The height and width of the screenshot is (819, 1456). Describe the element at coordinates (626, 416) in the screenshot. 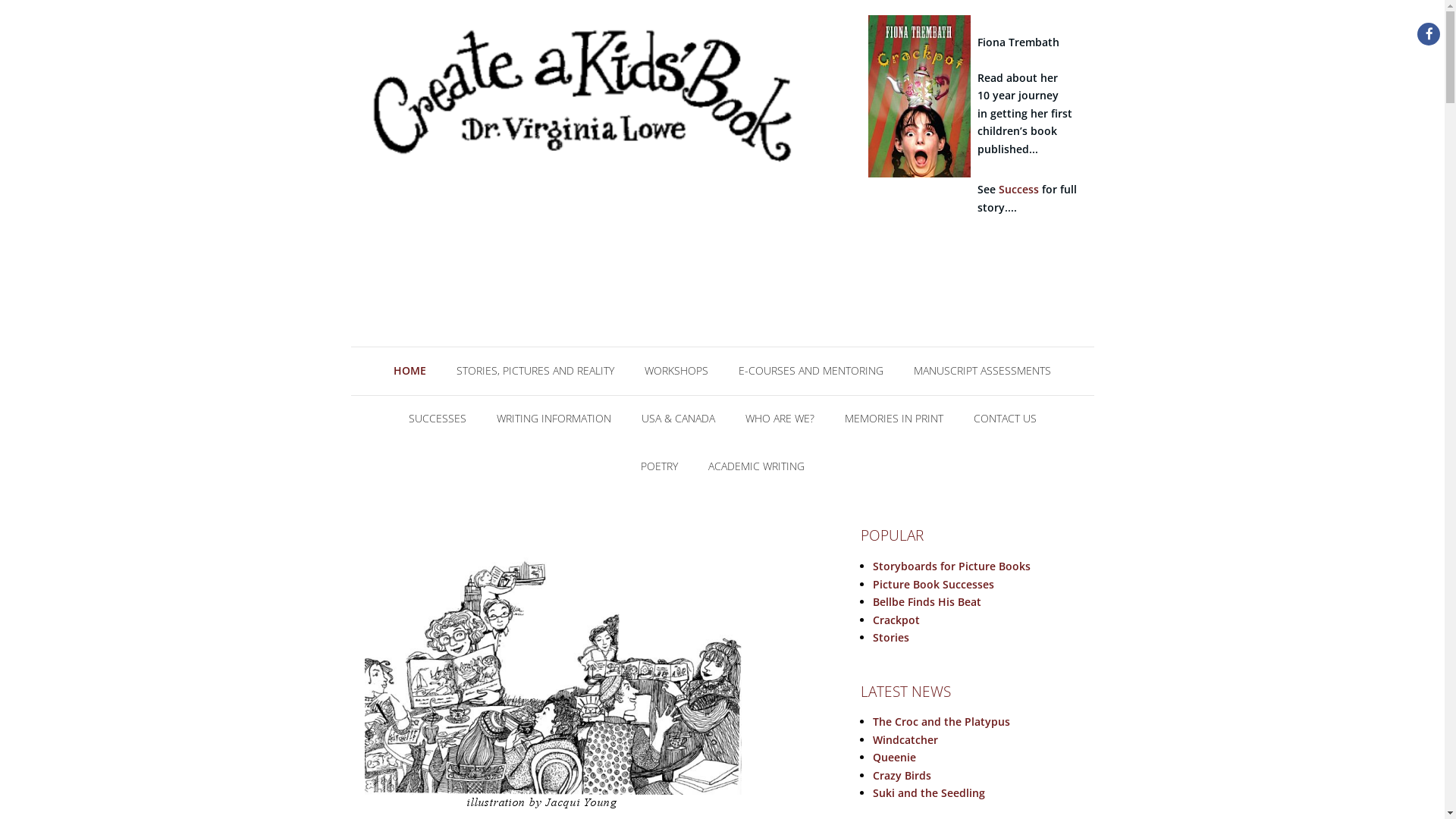

I see `'USA & CANADA'` at that location.